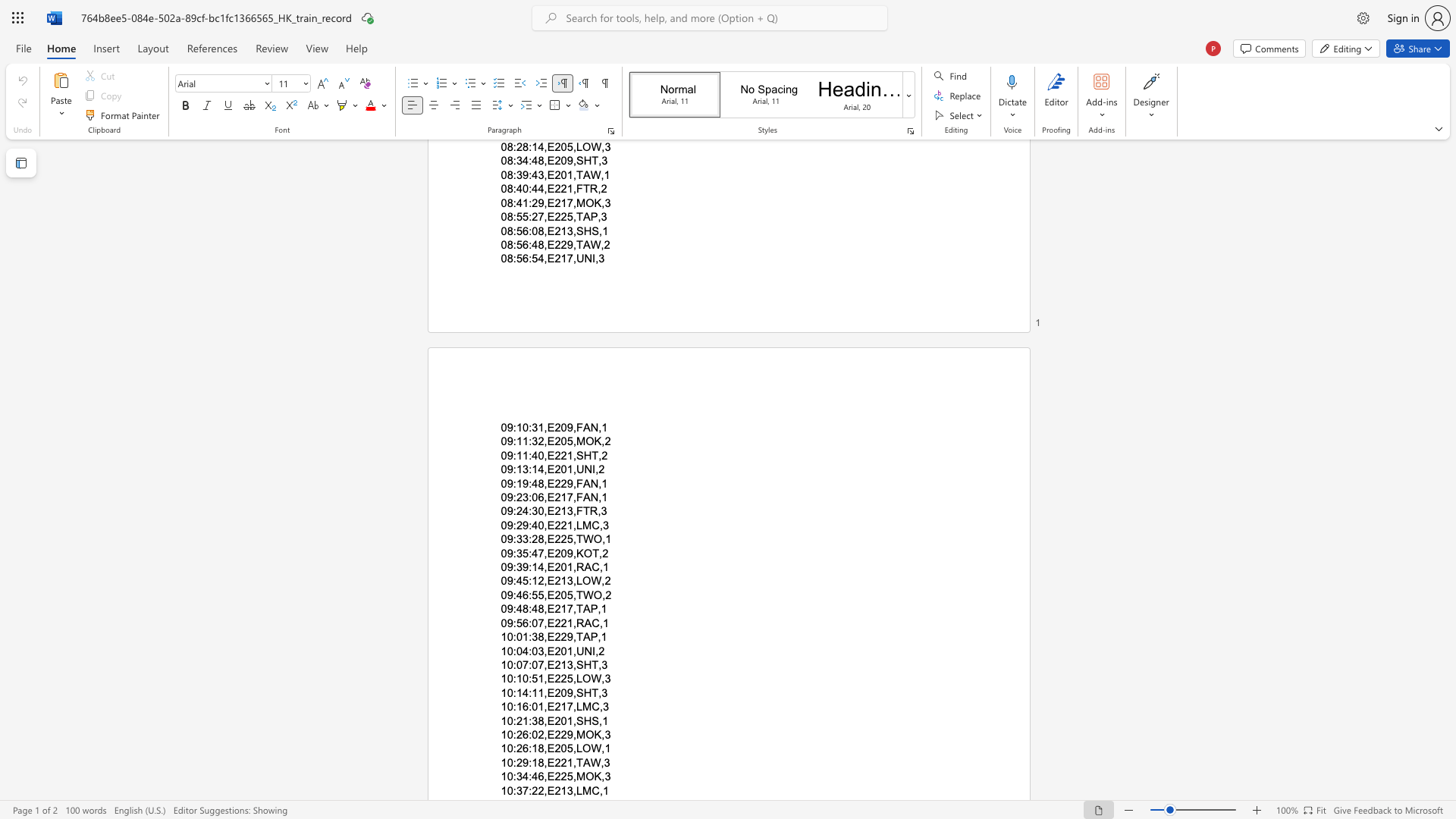 Image resolution: width=1456 pixels, height=819 pixels. Describe the element at coordinates (575, 511) in the screenshot. I see `the subset text "FT" within the text "09:24:30,E213,FTR,3"` at that location.